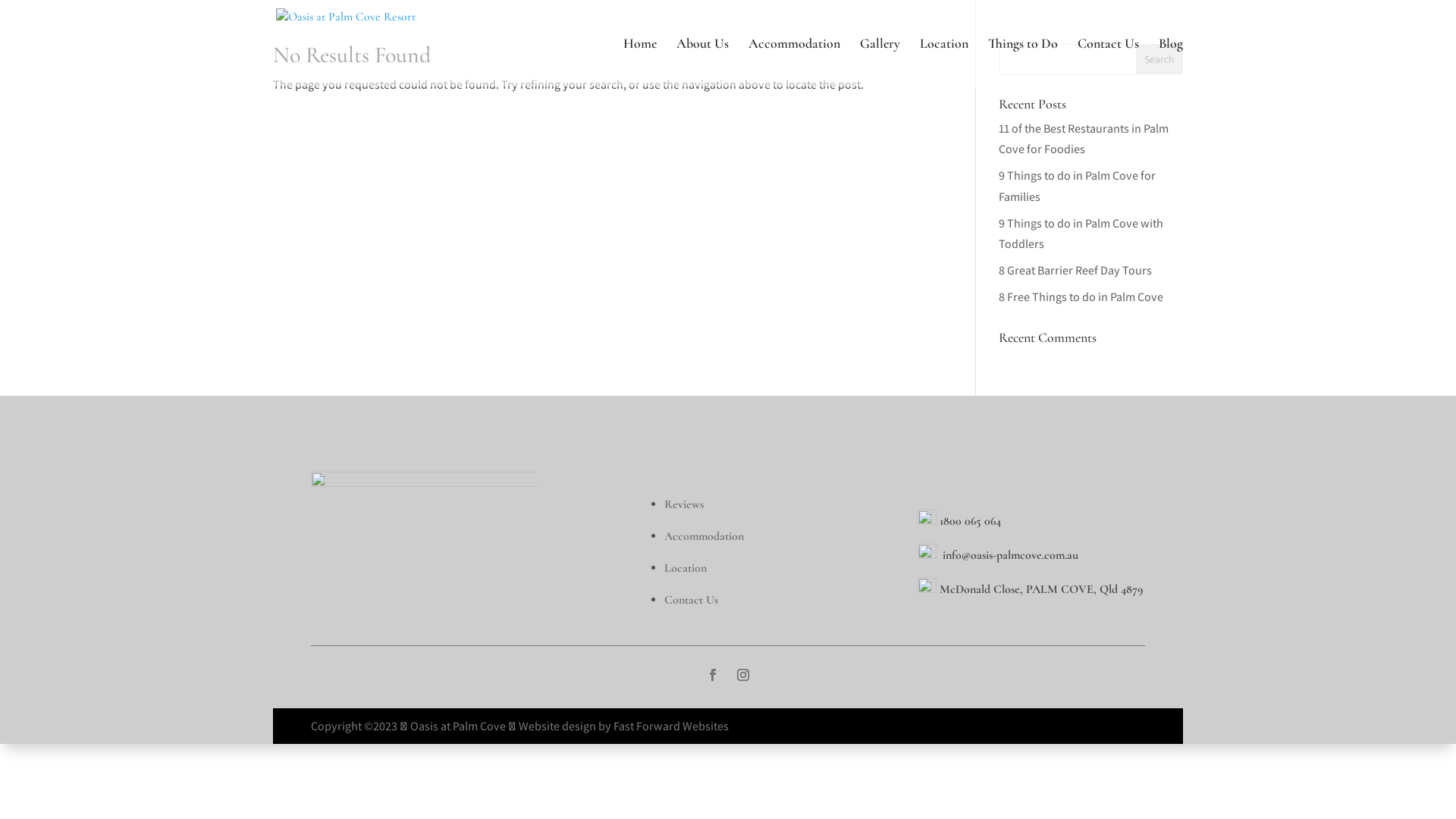 The height and width of the screenshot is (819, 1456). I want to click on 'Location', so click(684, 567).